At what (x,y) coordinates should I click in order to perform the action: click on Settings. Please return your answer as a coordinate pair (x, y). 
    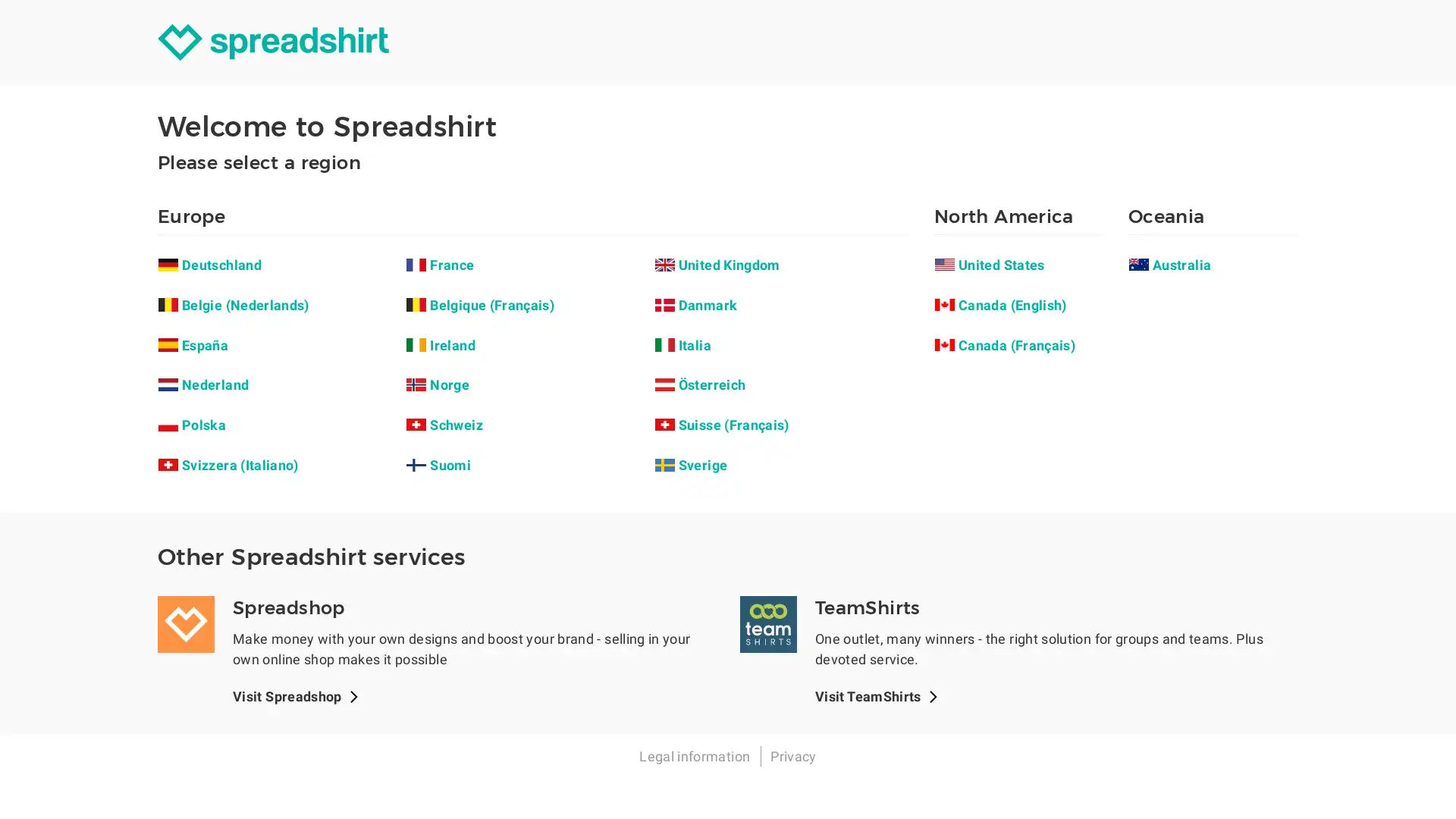
    Looking at the image, I should click on (669, 366).